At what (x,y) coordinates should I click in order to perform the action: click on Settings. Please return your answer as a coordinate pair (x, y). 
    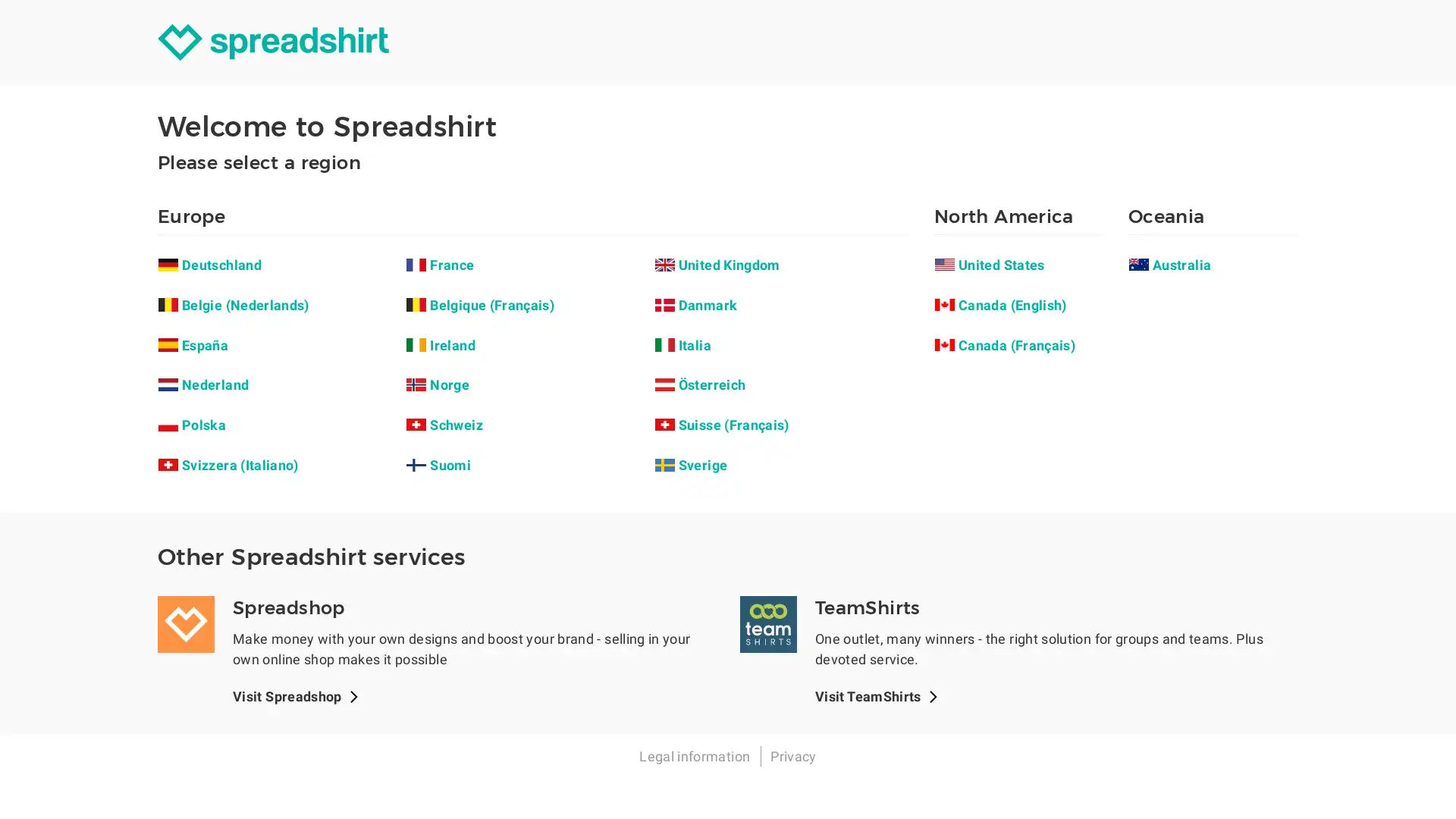
    Looking at the image, I should click on (669, 366).